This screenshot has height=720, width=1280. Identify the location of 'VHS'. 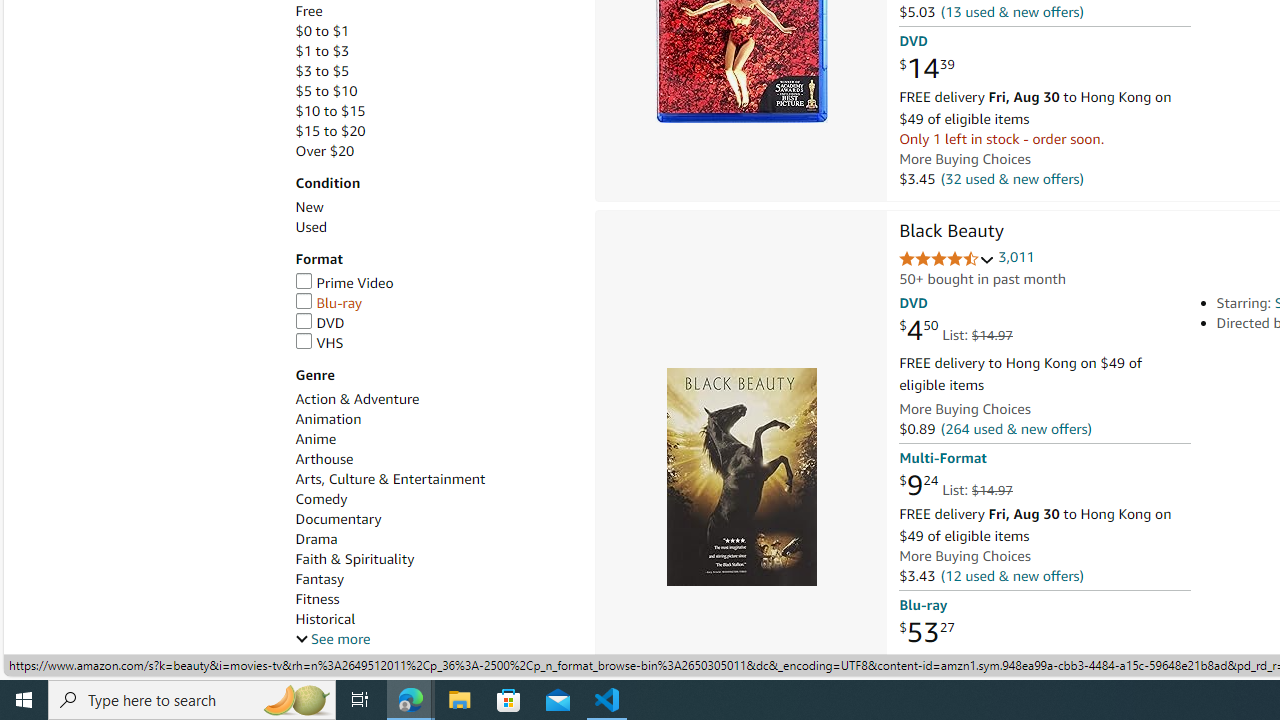
(318, 341).